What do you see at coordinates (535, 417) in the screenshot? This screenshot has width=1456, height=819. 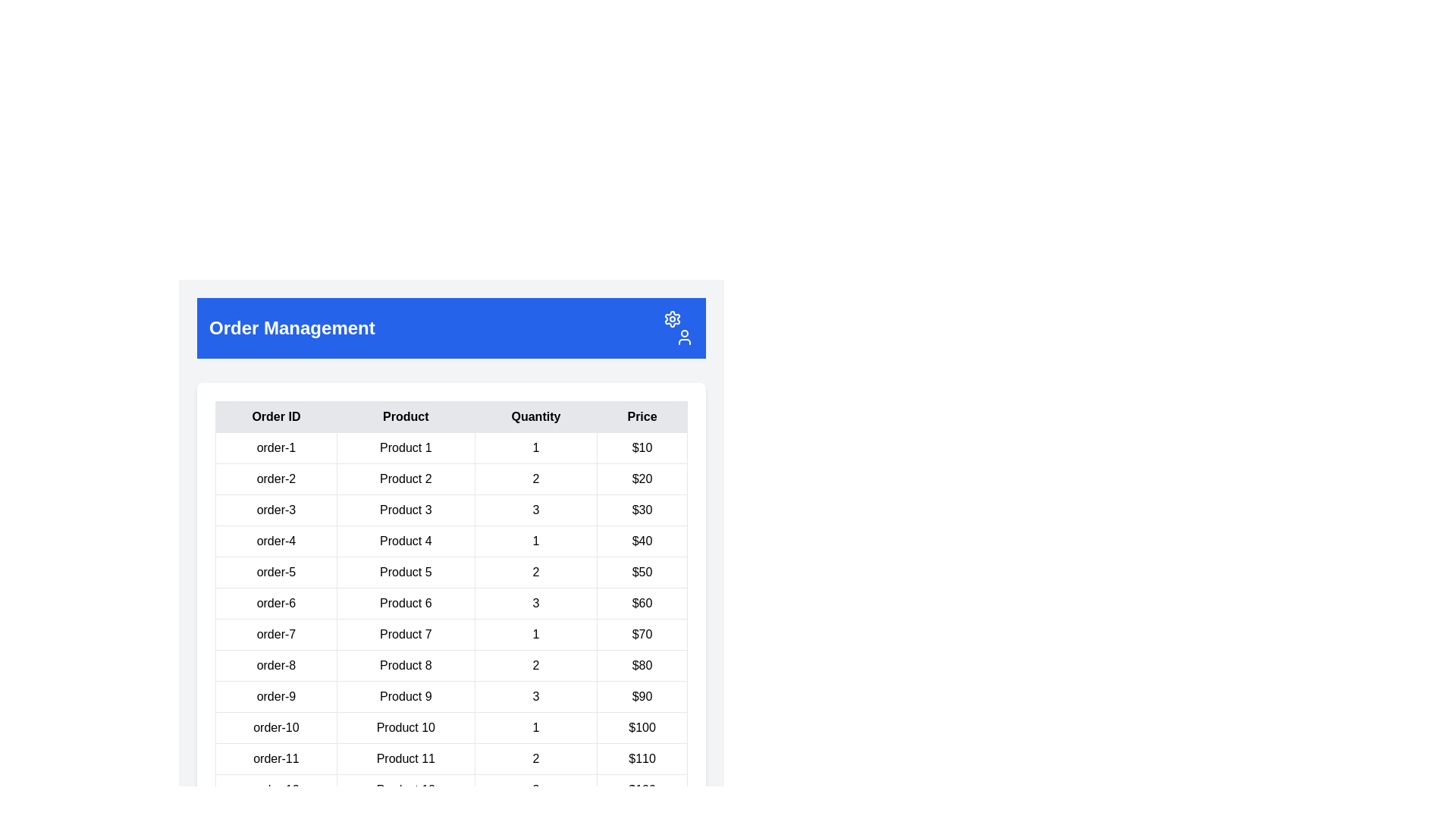 I see `the 'Quantity' table header cell, which is the third column header in a table row of four headers, located between the 'Product' and 'Price' headers` at bounding box center [535, 417].